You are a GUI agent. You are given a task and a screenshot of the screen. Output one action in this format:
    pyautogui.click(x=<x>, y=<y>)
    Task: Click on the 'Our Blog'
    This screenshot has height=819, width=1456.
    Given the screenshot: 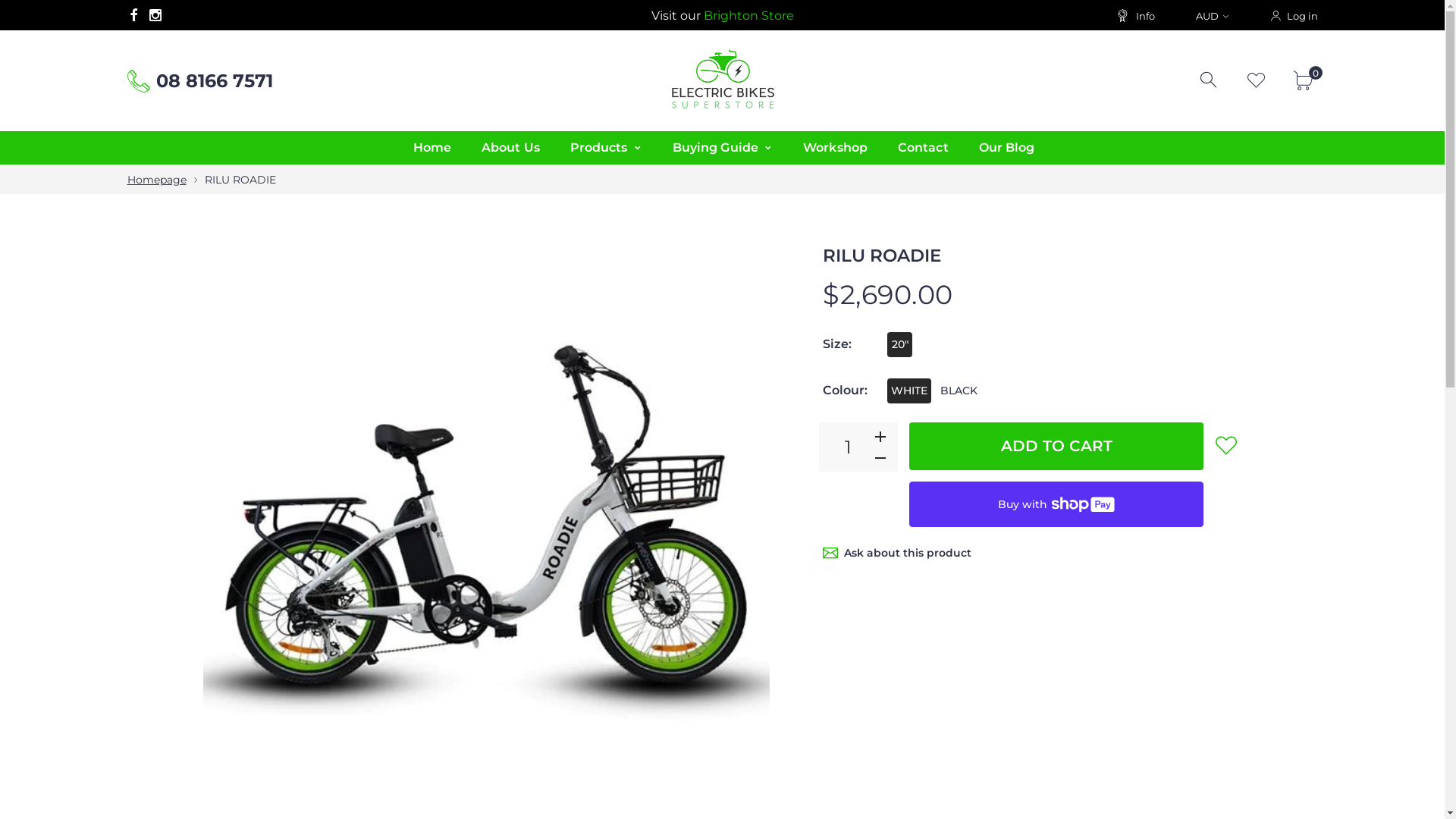 What is the action you would take?
    pyautogui.click(x=1007, y=148)
    